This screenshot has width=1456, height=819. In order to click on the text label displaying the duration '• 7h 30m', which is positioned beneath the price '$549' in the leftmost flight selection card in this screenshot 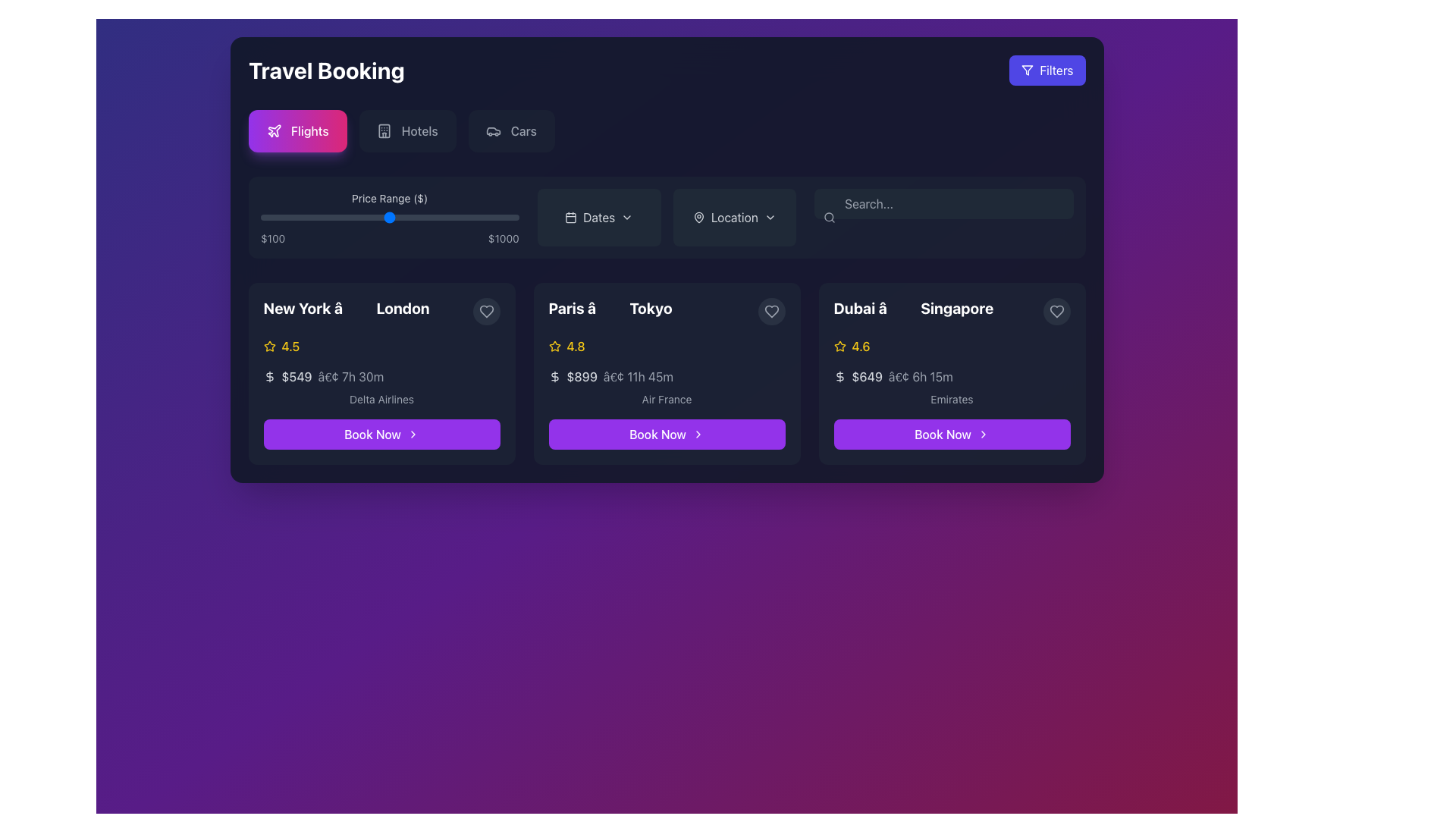, I will do `click(350, 376)`.